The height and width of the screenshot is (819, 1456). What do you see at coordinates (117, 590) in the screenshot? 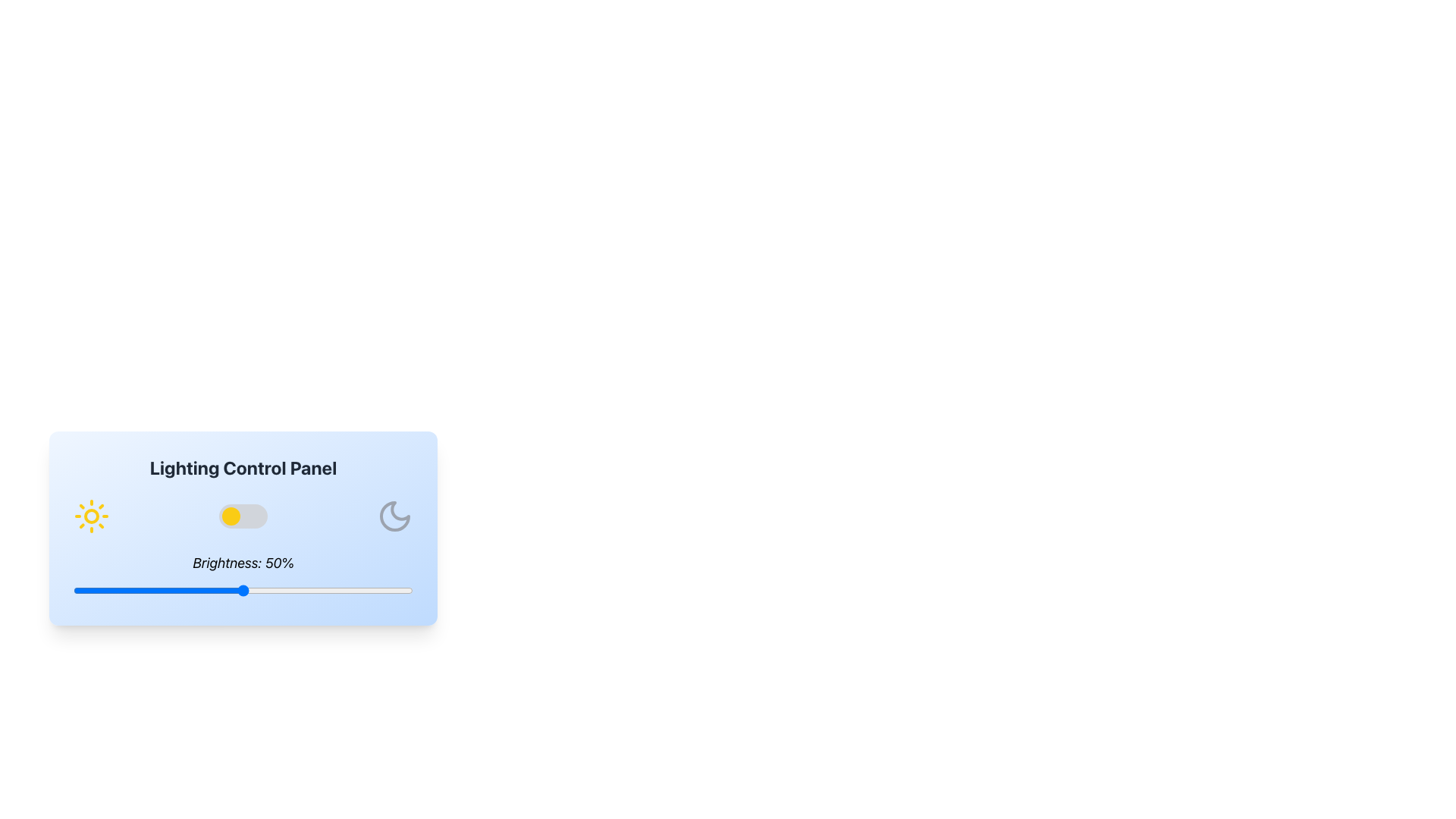
I see `the brightness` at bounding box center [117, 590].